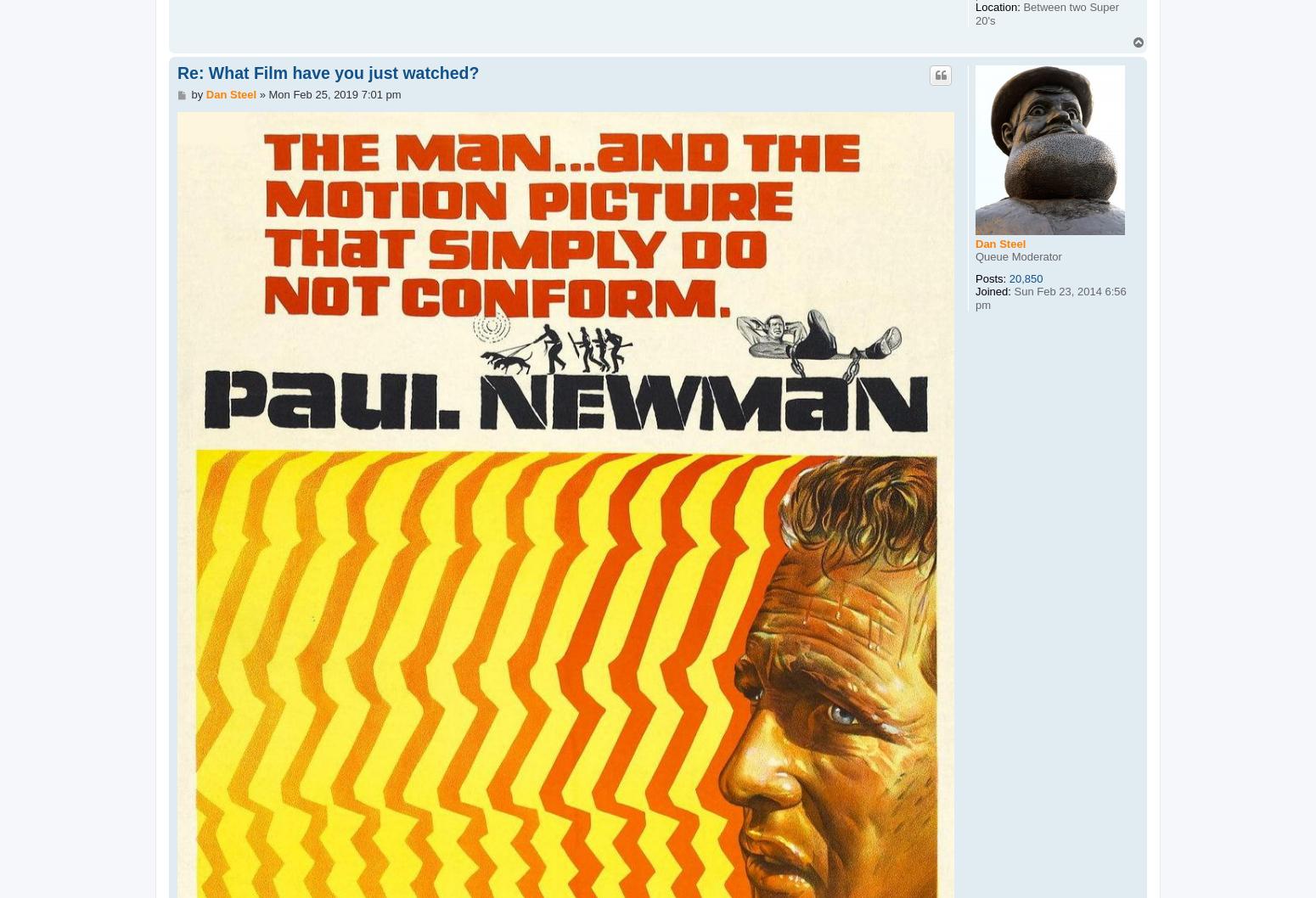 The width and height of the screenshot is (1316, 898). Describe the element at coordinates (1018, 255) in the screenshot. I see `'Queue Moderator'` at that location.